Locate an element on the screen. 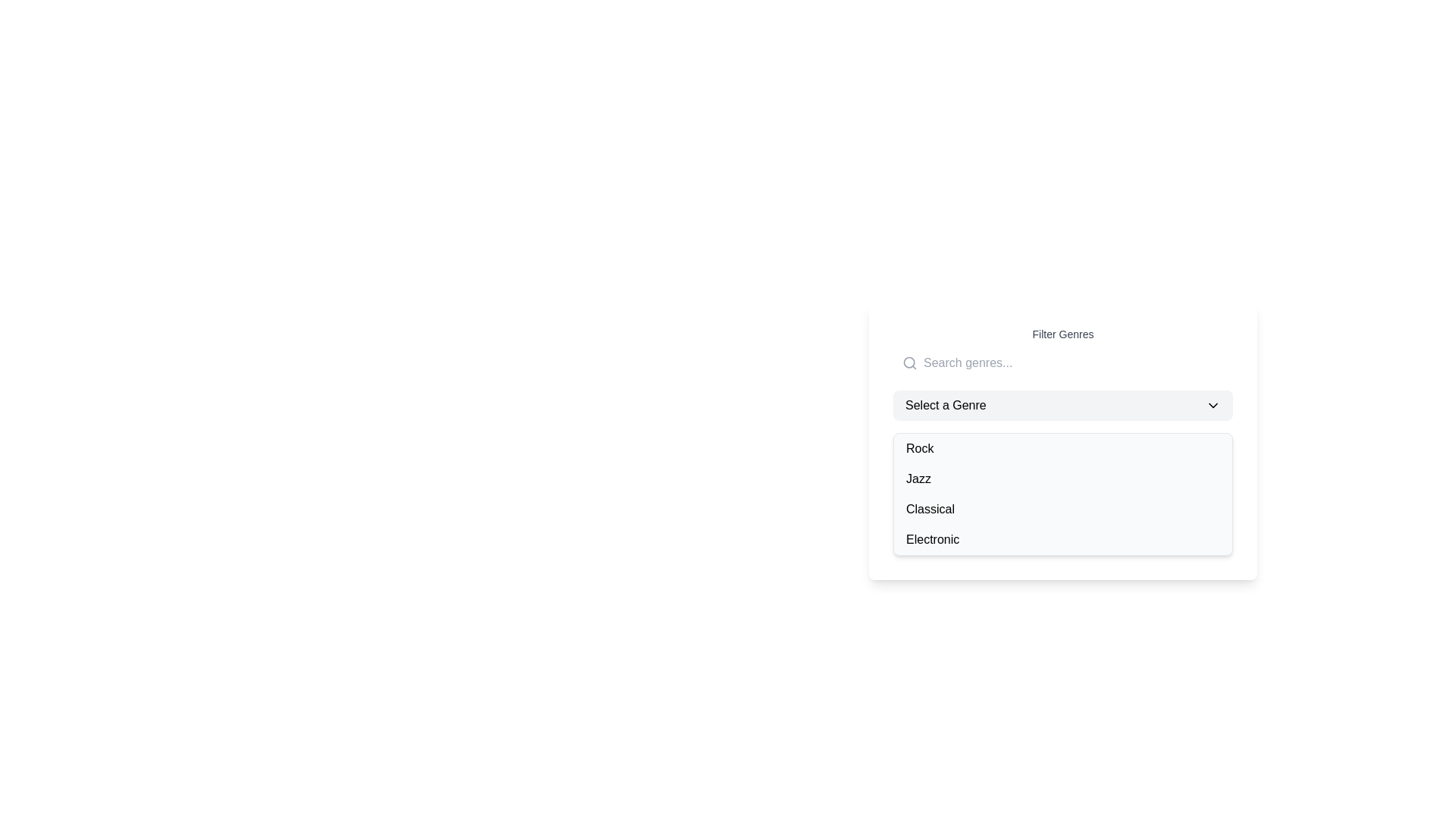  the text display option reading 'Jazz', which is the second option in the list under the dropdown labeled 'Select a Genre', located between 'Rock' and 'Classical' is located at coordinates (918, 479).